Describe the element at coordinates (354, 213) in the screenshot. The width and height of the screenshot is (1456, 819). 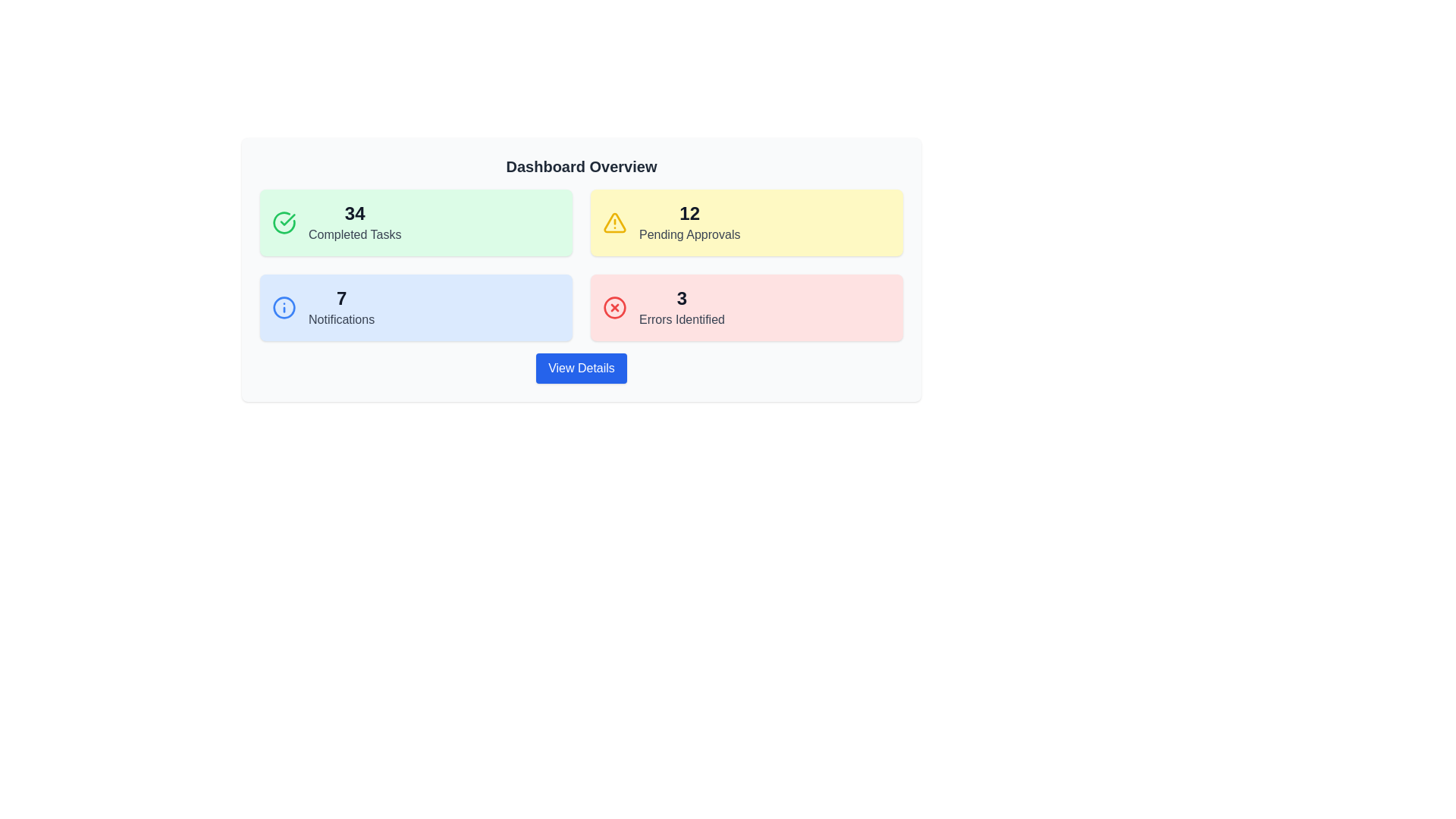
I see `the bold number '34' displayed in black text on the green background card indicating 'Completed Tasks' in the top left corner of the Dashboard Overview section` at that location.